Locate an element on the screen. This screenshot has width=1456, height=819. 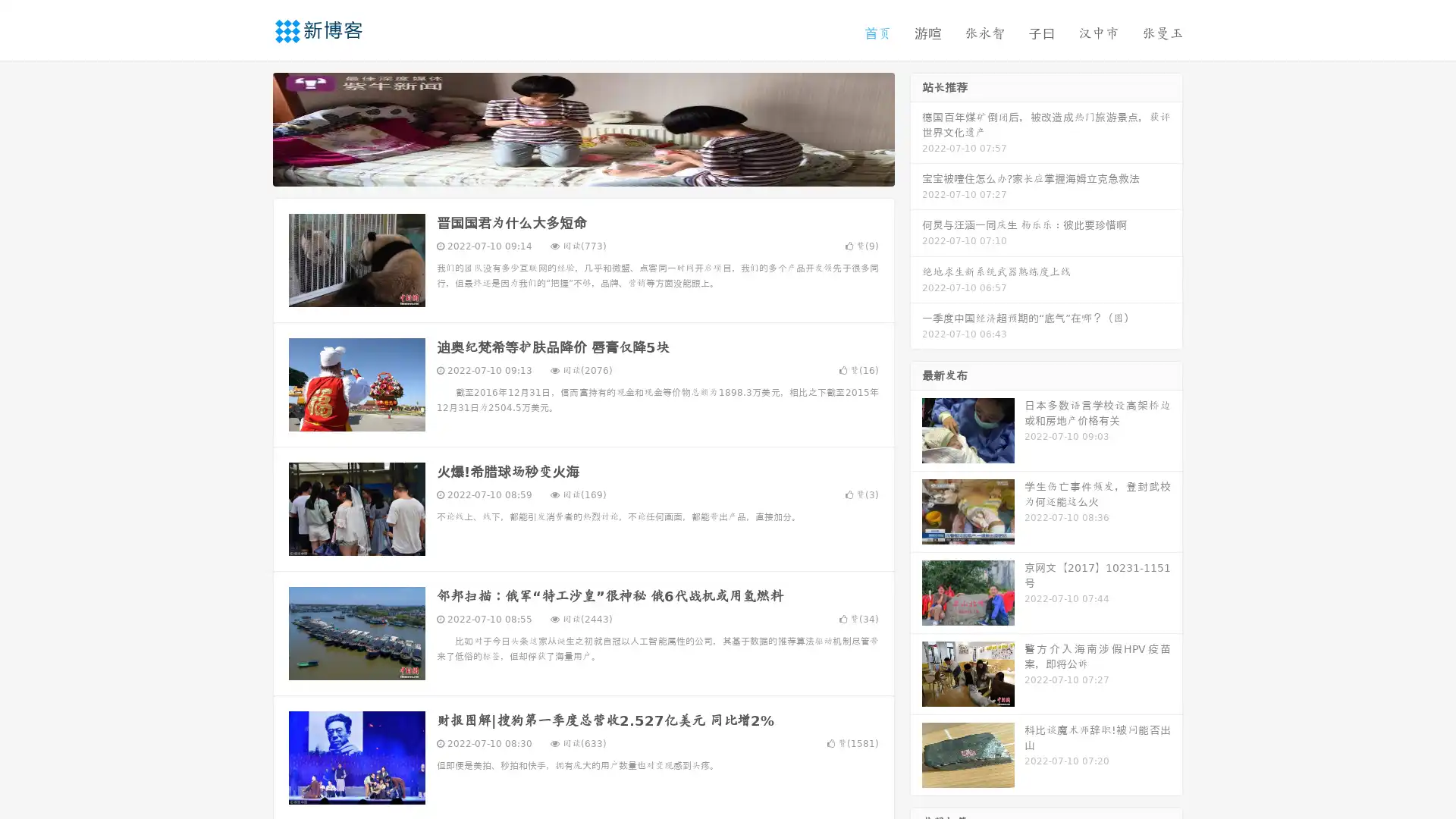
Go to slide 1 is located at coordinates (567, 171).